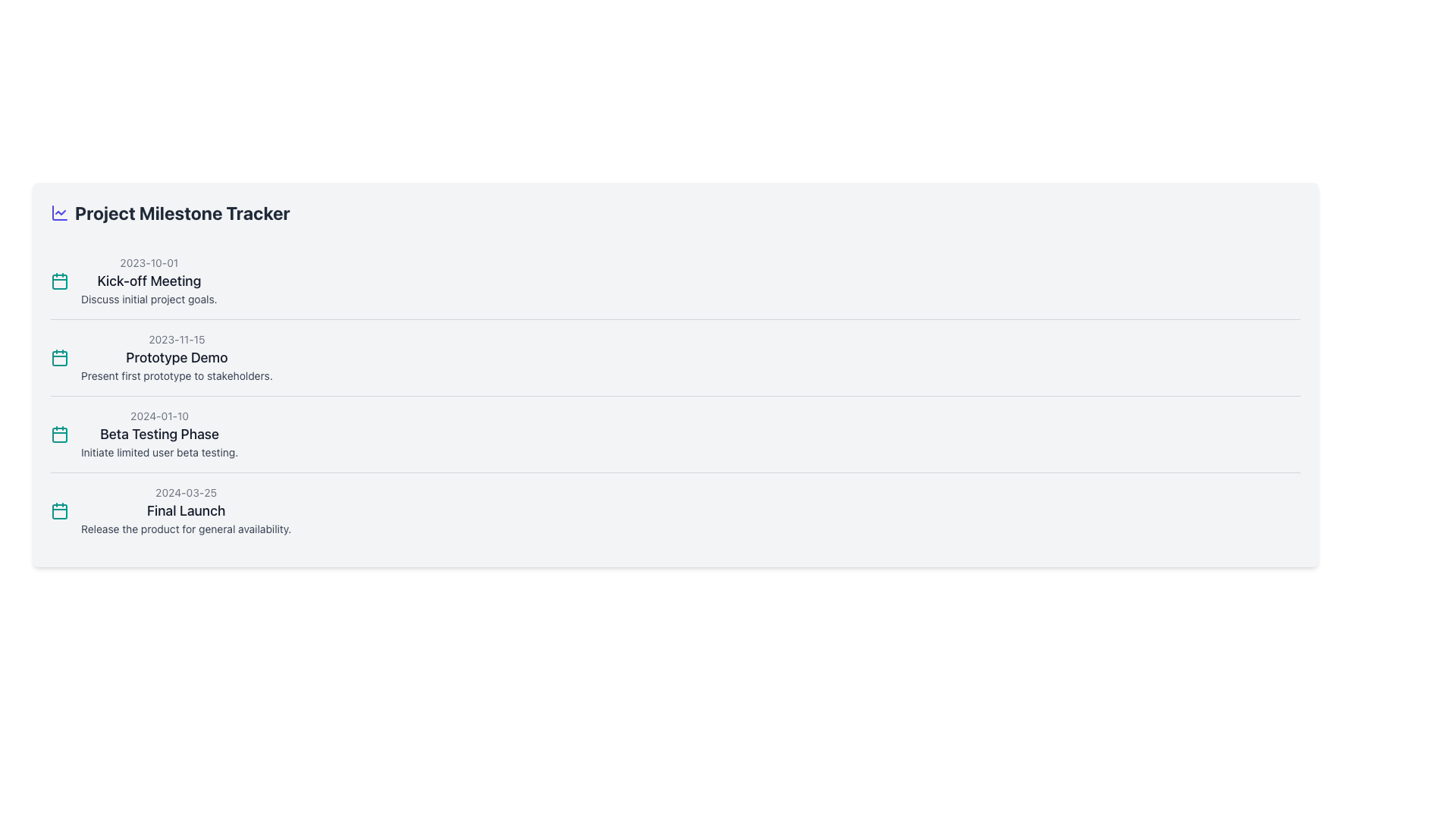 This screenshot has width=1456, height=819. I want to click on text element that serves as a title or heading, located near the top-left section of the interface beside a colorful icon, so click(182, 213).